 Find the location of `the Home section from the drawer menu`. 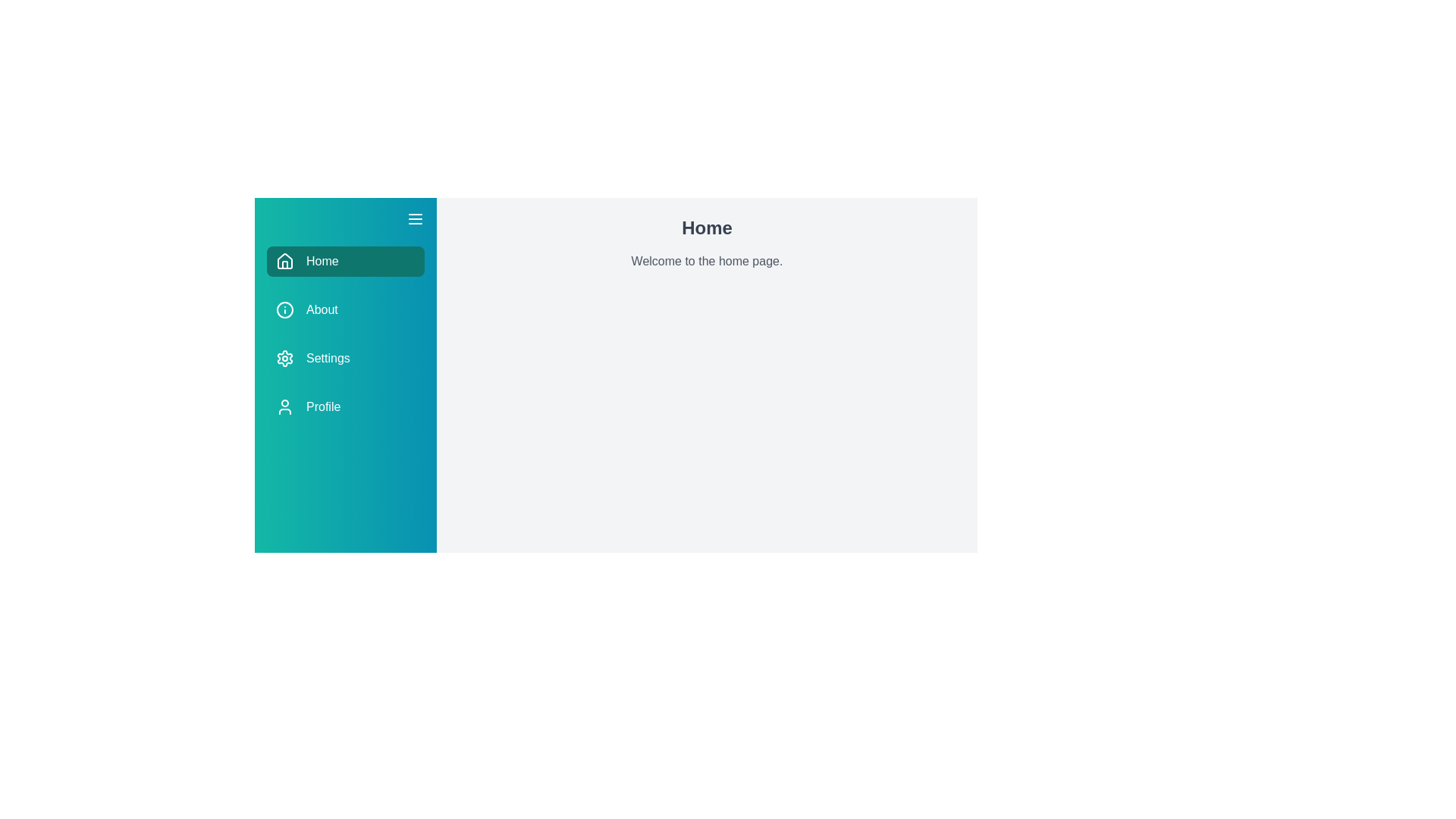

the Home section from the drawer menu is located at coordinates (345, 260).